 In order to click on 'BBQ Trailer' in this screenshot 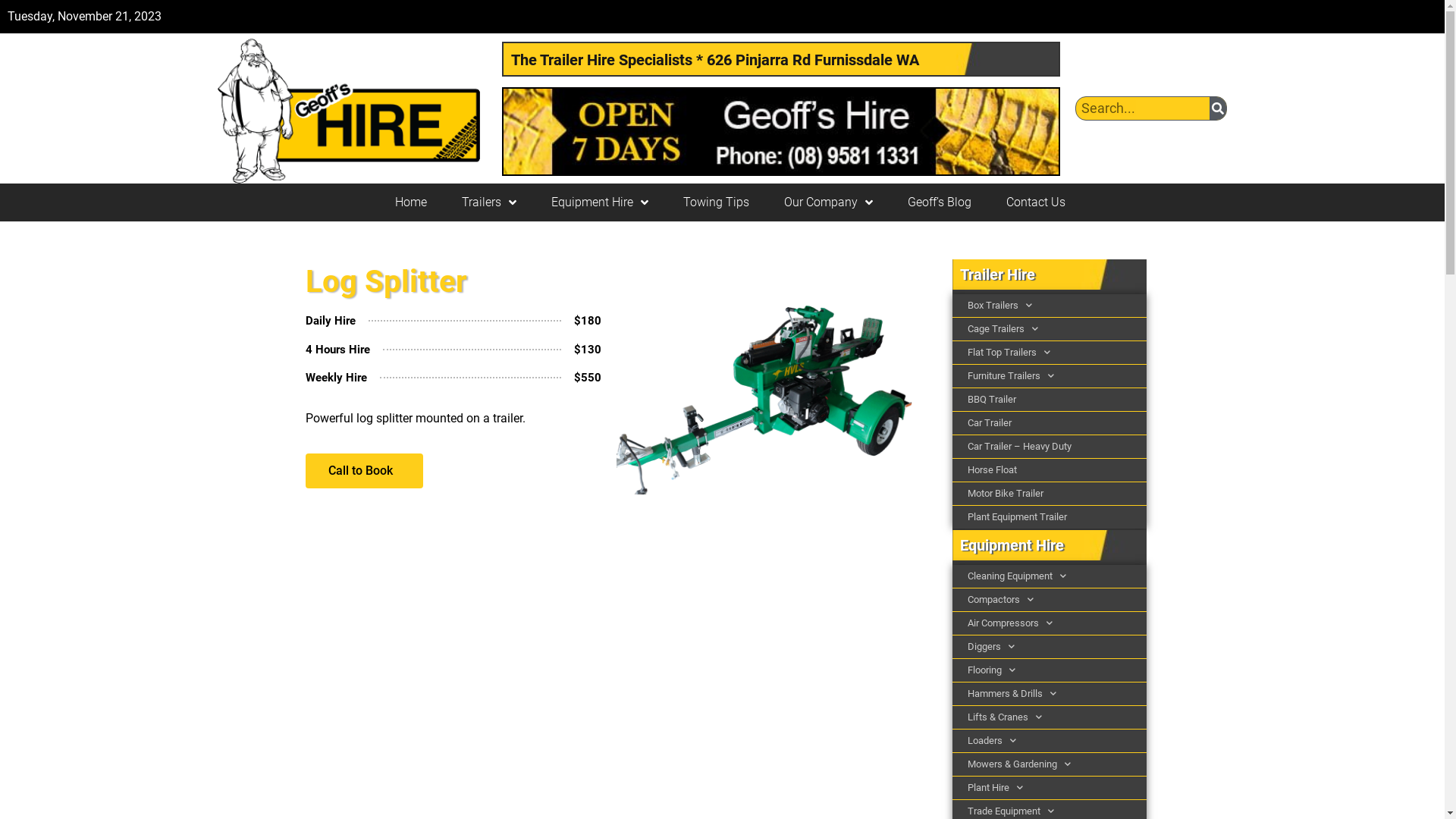, I will do `click(1048, 399)`.